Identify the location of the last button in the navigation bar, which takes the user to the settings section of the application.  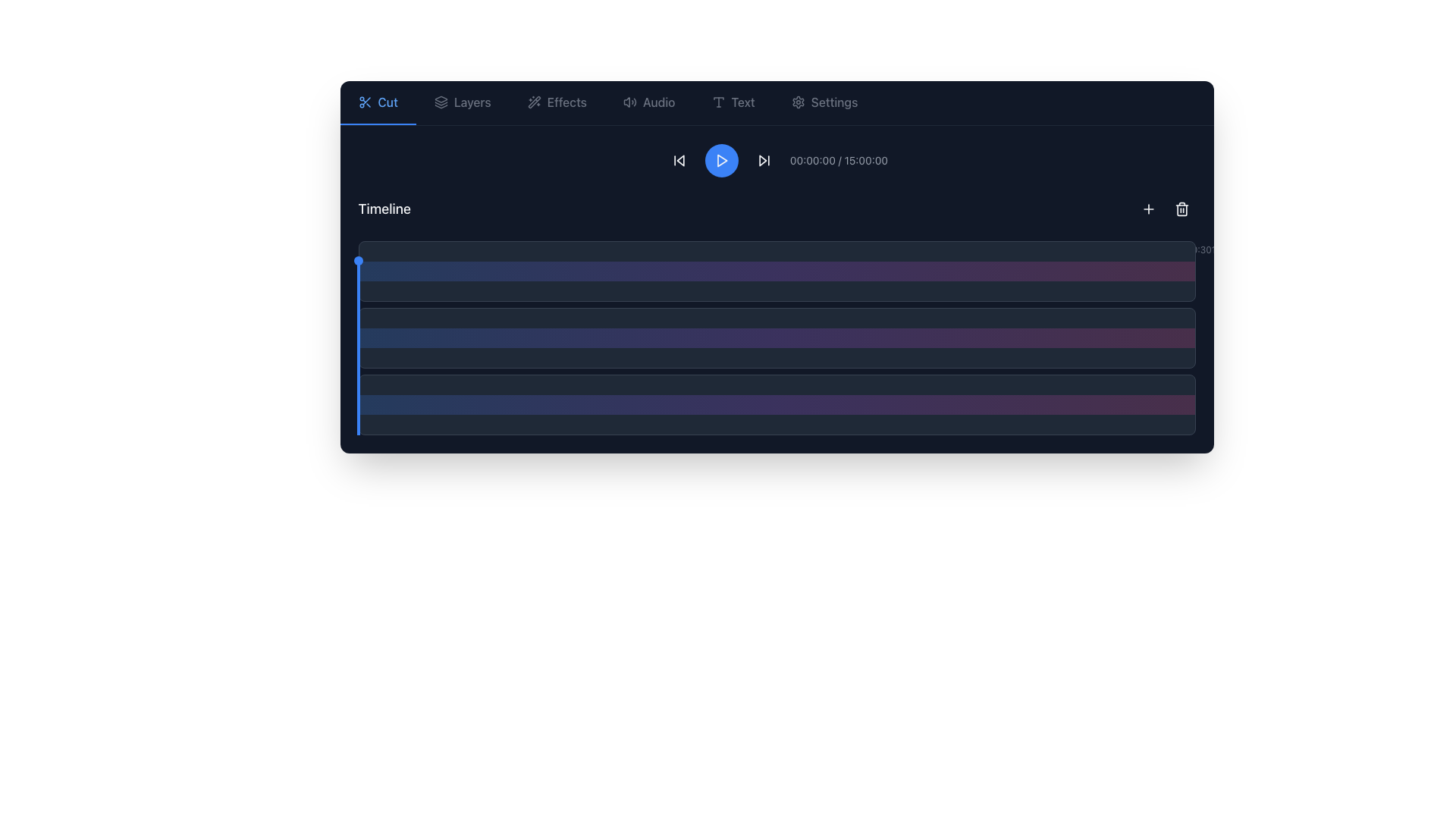
(823, 102).